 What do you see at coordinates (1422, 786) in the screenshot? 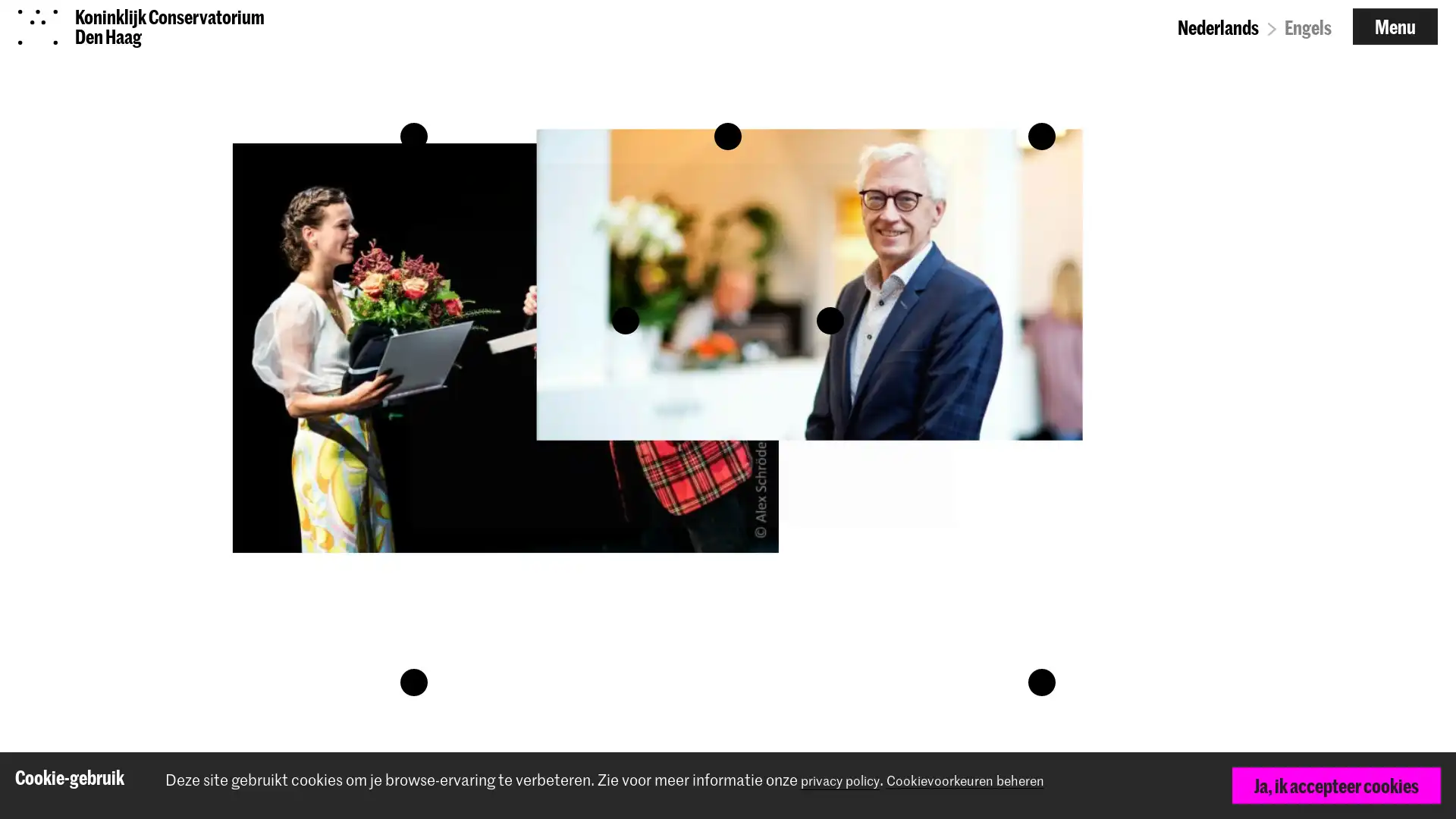
I see `Hide notifications` at bounding box center [1422, 786].